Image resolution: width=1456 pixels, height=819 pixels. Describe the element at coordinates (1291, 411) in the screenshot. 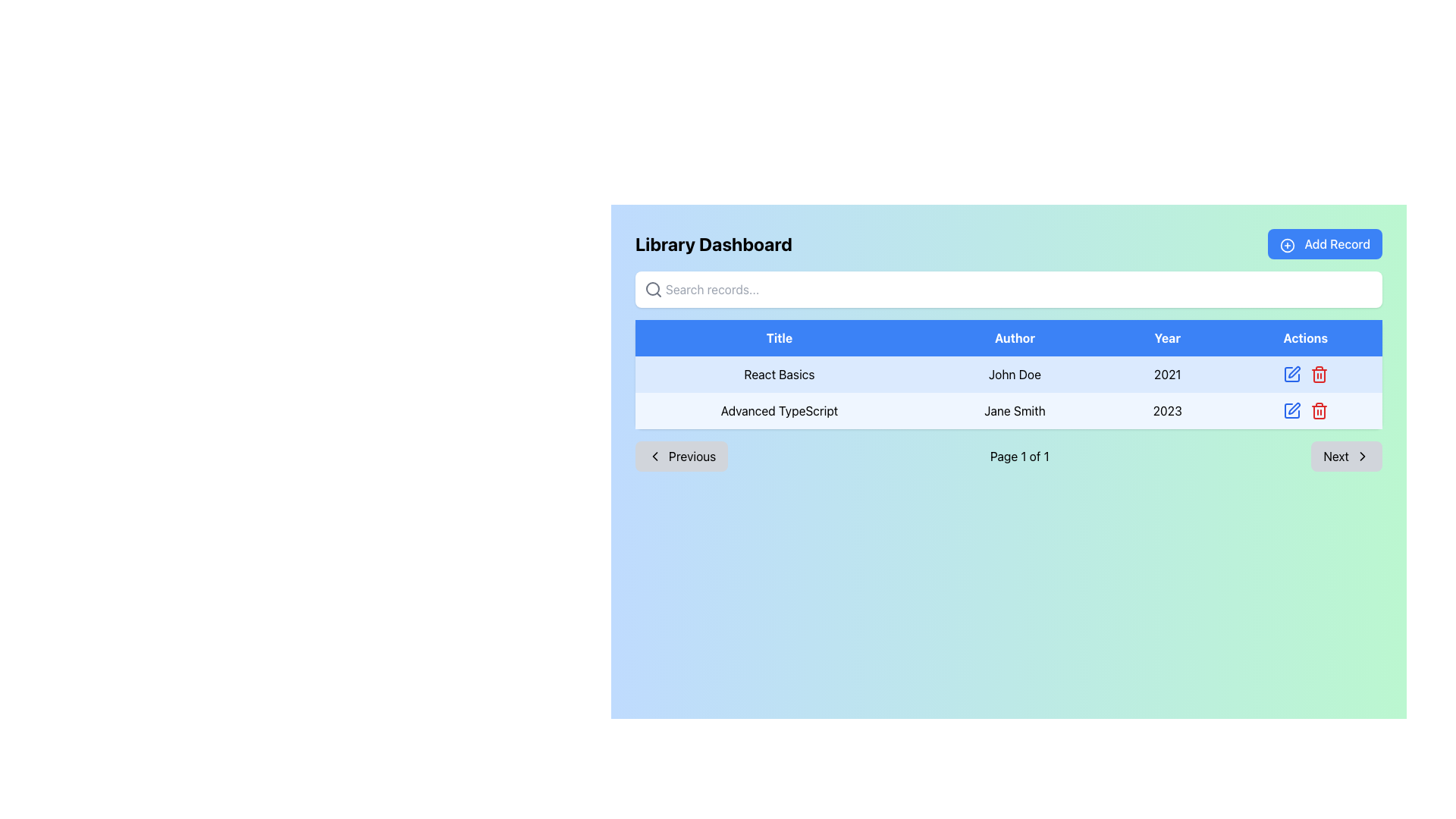

I see `the edit action icon styled as a pencil located in the 'Actions' column of the second row of the table` at that location.